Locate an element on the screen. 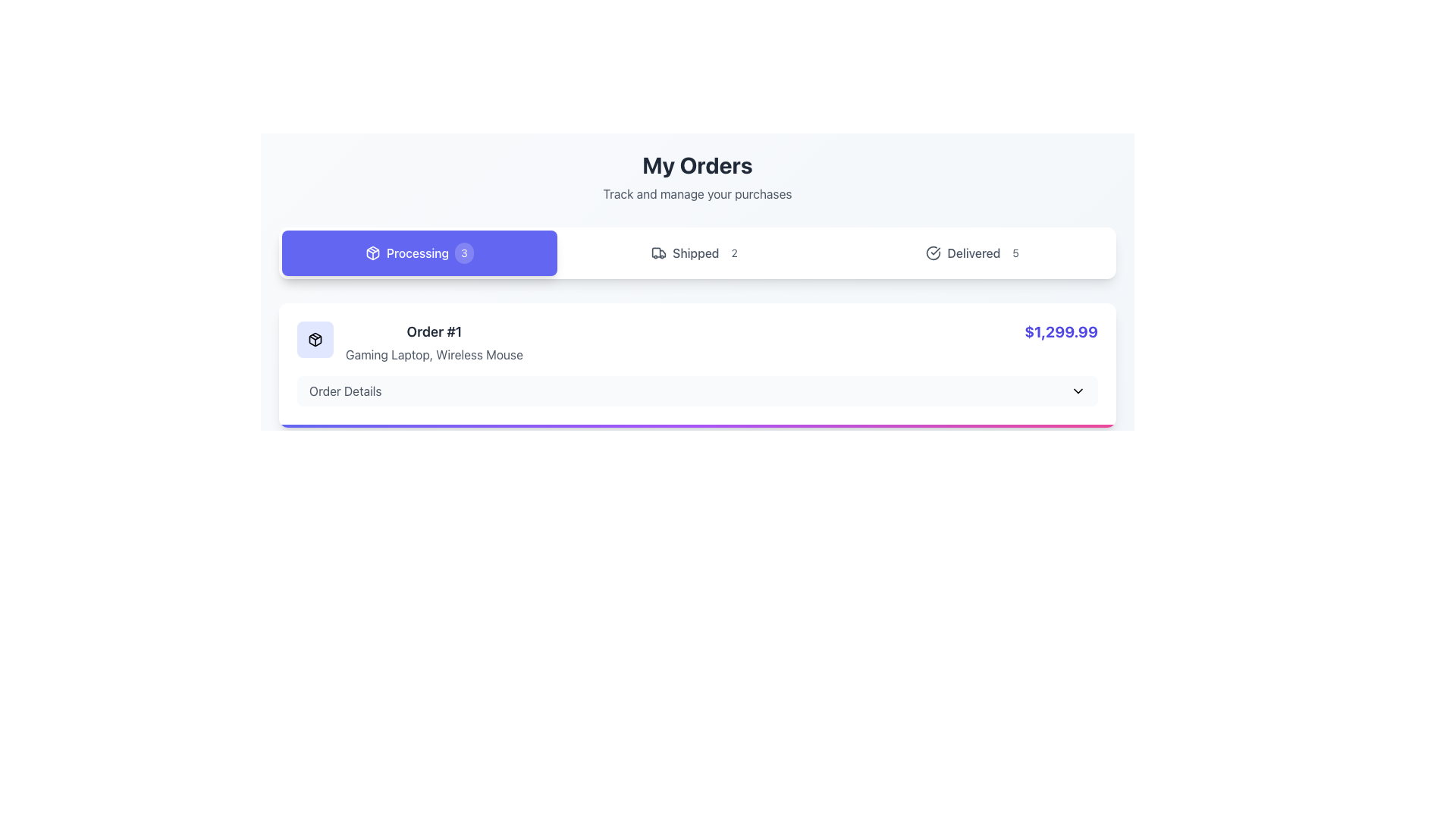  the Text element displaying the price of the items associated with the order, located on the right side of the order overview, following the text 'Gaming Laptop, Wireless Mouse' is located at coordinates (1060, 331).